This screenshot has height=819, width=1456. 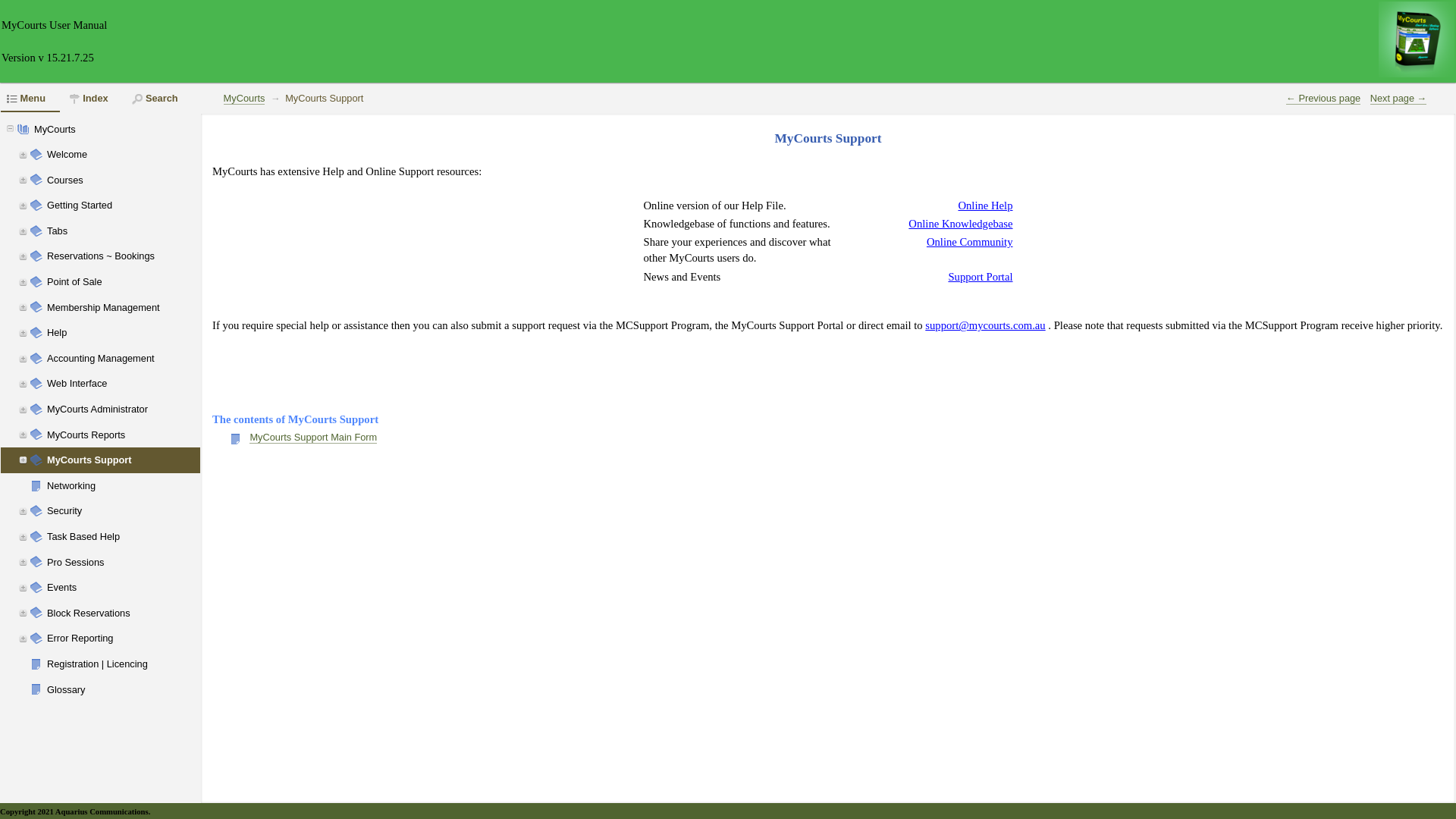 I want to click on 'Reservations ~ Bookings', so click(x=143, y=256).